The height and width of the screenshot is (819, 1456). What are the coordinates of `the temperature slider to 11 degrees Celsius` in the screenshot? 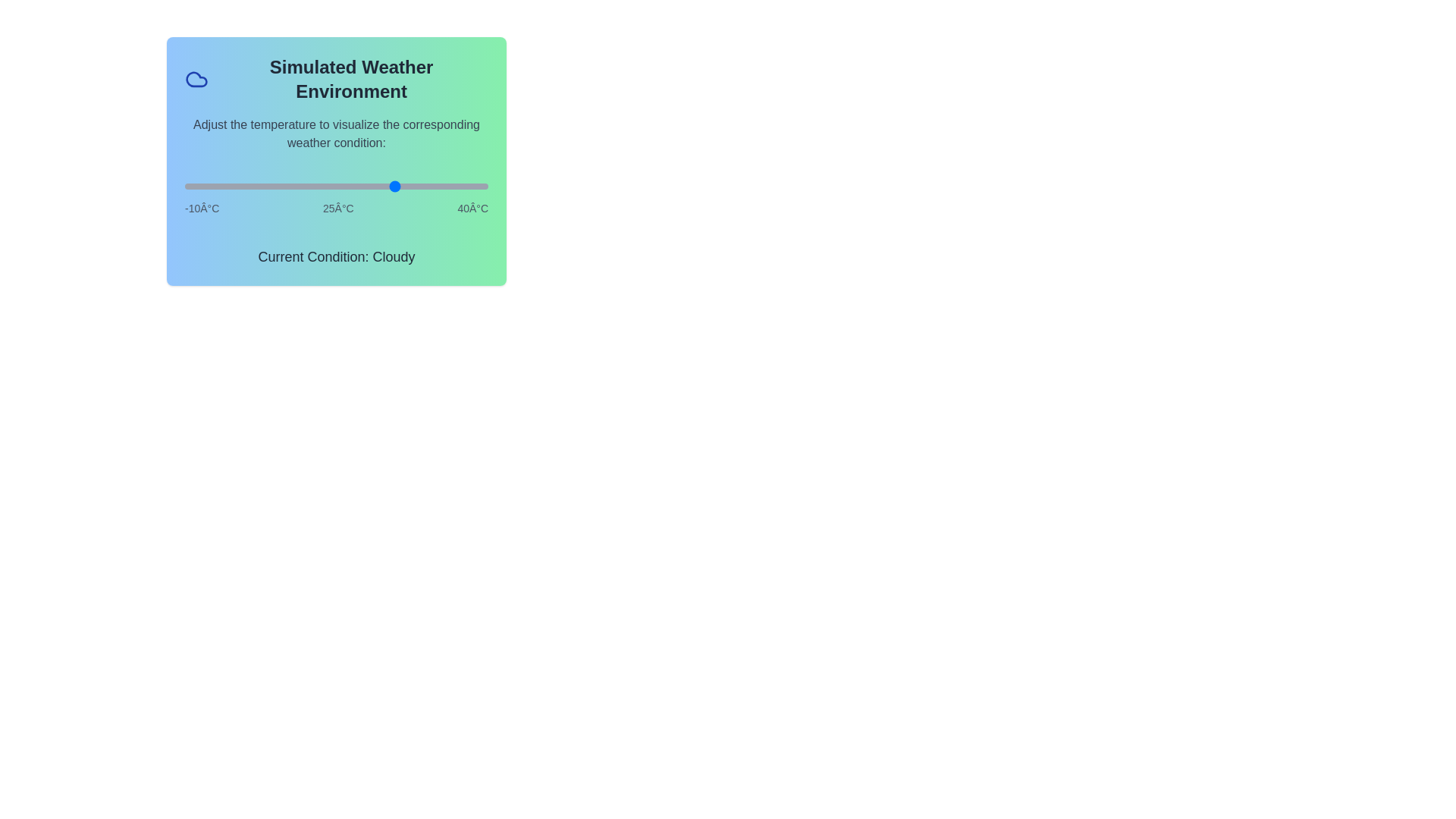 It's located at (312, 186).